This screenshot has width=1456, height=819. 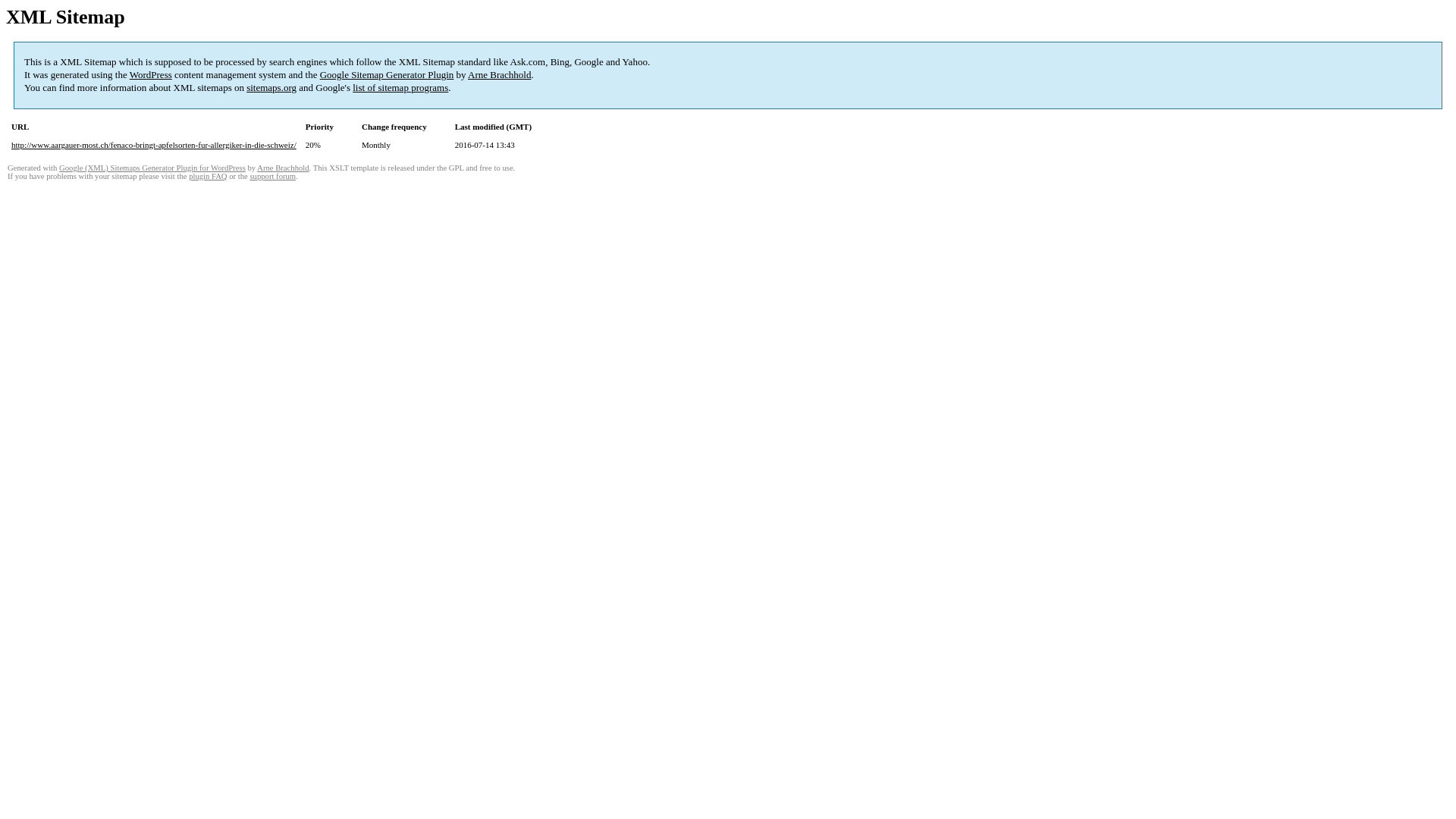 What do you see at coordinates (150, 74) in the screenshot?
I see `'WordPress'` at bounding box center [150, 74].